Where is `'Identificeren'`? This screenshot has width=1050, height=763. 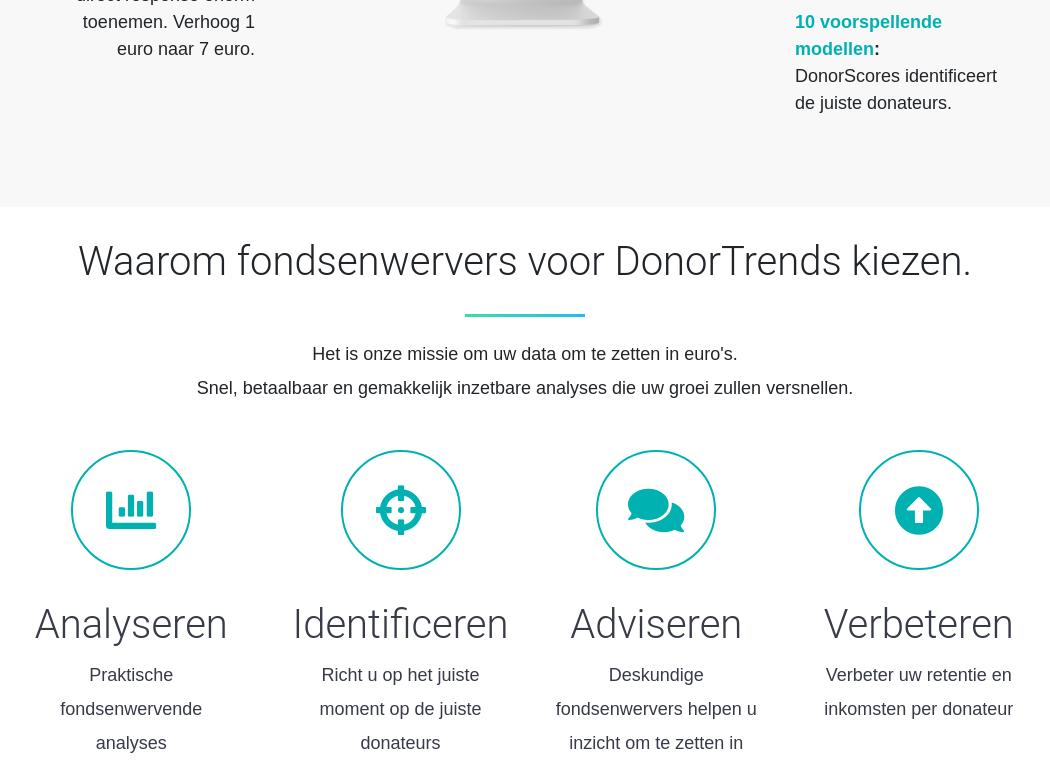 'Identificeren' is located at coordinates (400, 624).